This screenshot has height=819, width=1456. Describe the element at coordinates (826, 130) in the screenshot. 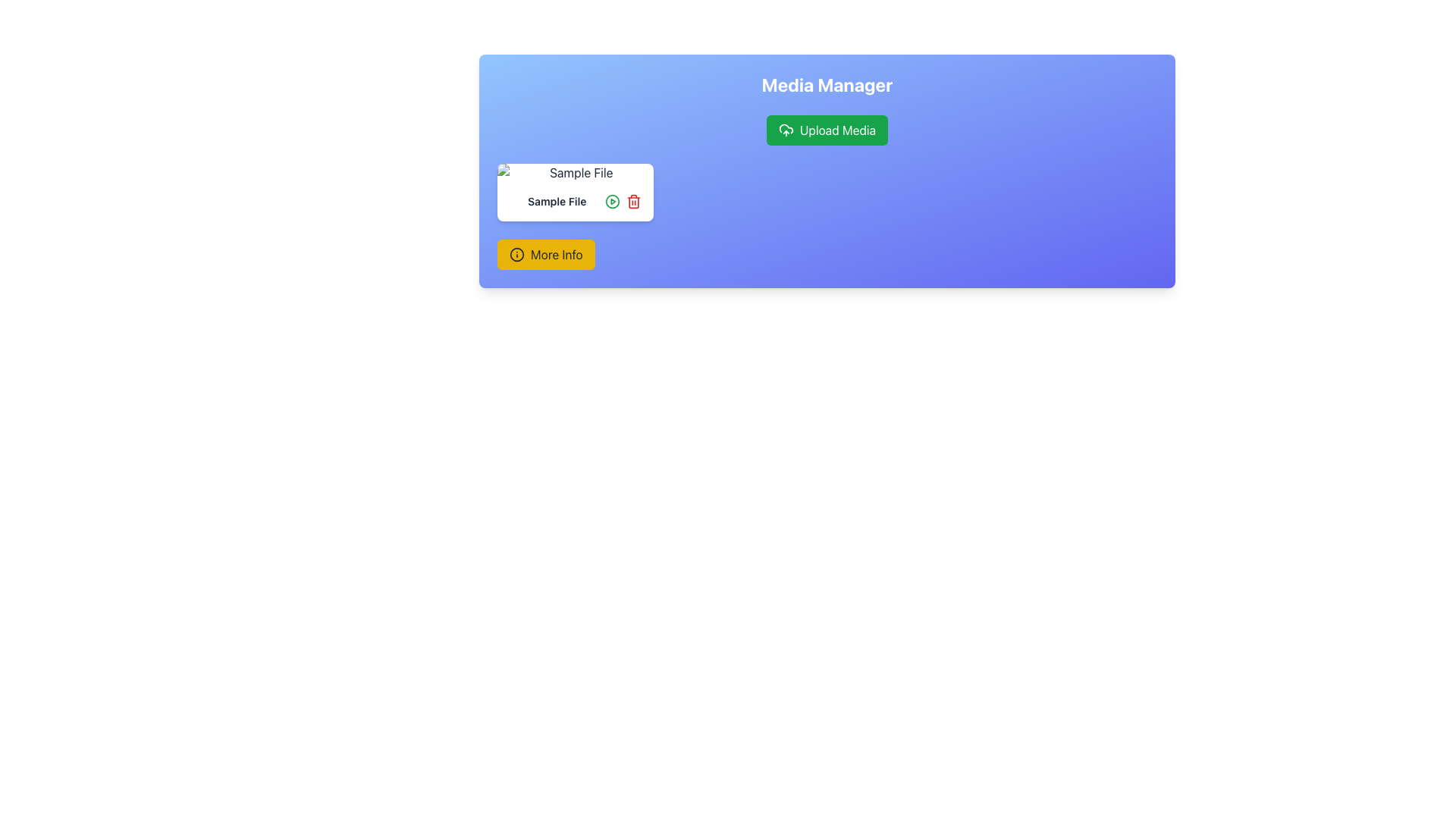

I see `the green 'Upload Media' button with rounded corners, located below the 'Media Manager' title, to initiate an upload action` at that location.